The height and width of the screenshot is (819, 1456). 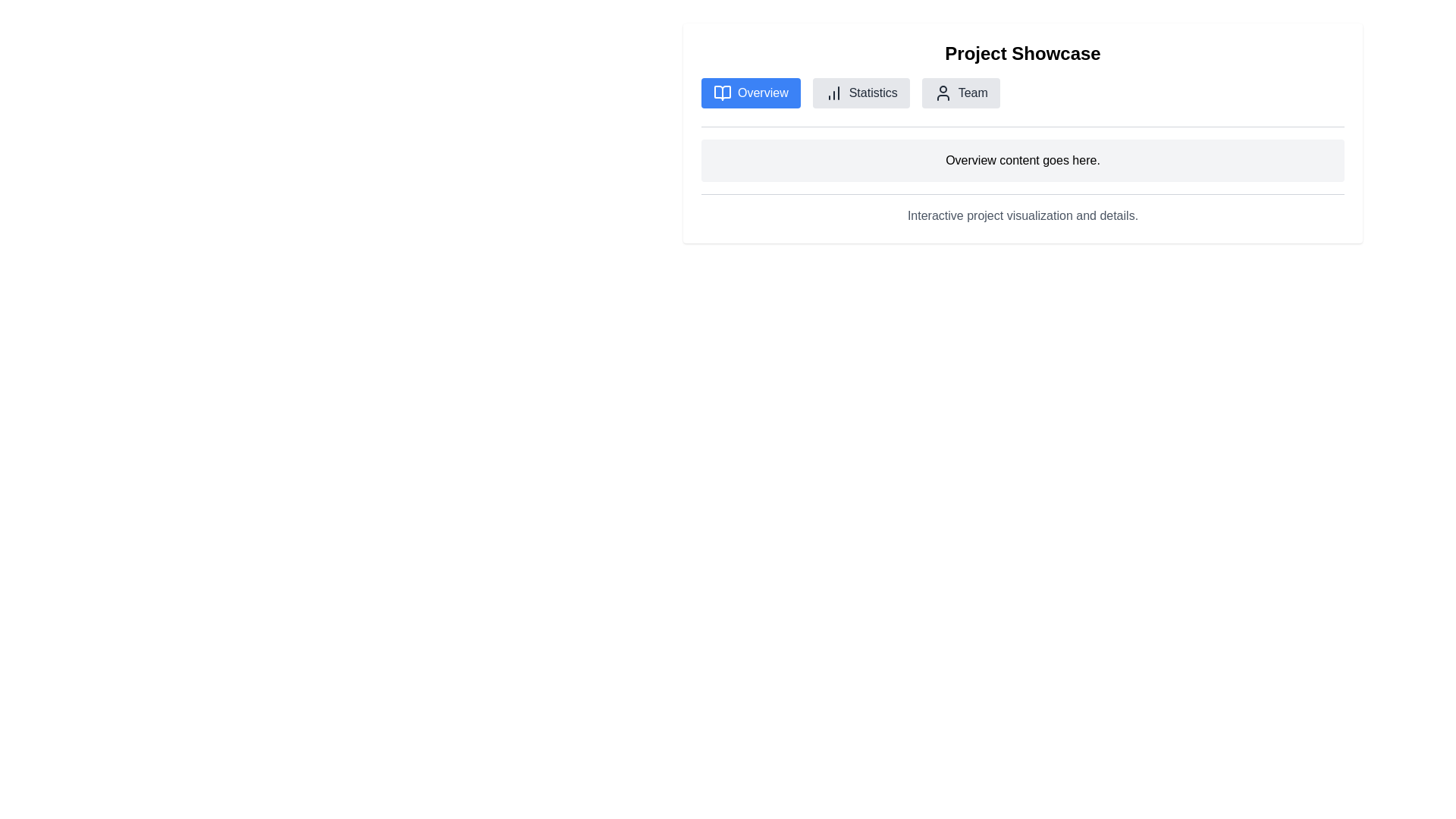 I want to click on the 'Team' icon located within the button labeled 'Team', which is positioned in the top section of the interface, adjacent to 'Overview' and 'Statistics', so click(x=942, y=93).